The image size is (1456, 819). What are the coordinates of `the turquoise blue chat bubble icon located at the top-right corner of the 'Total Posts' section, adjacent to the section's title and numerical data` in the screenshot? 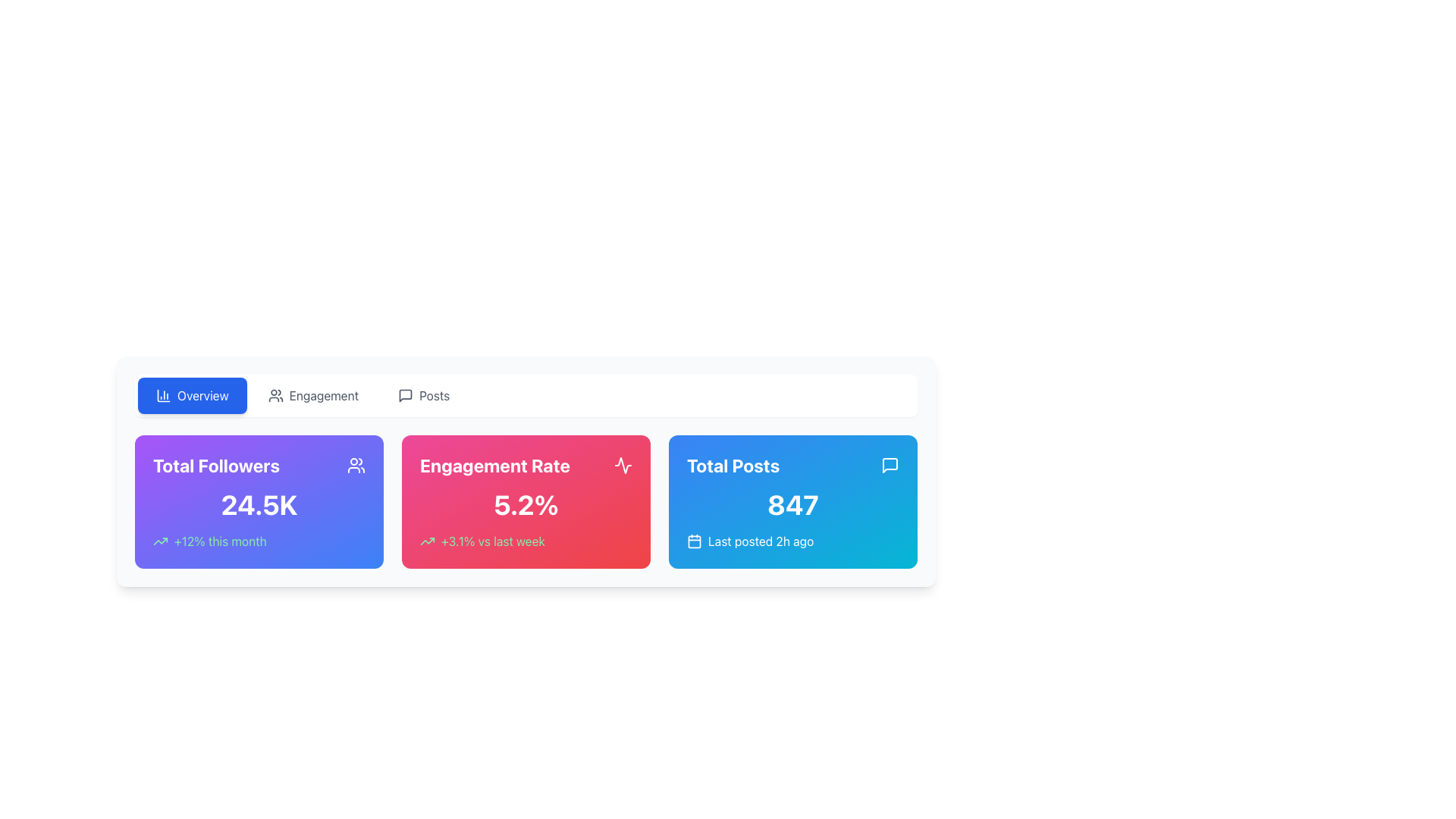 It's located at (890, 464).